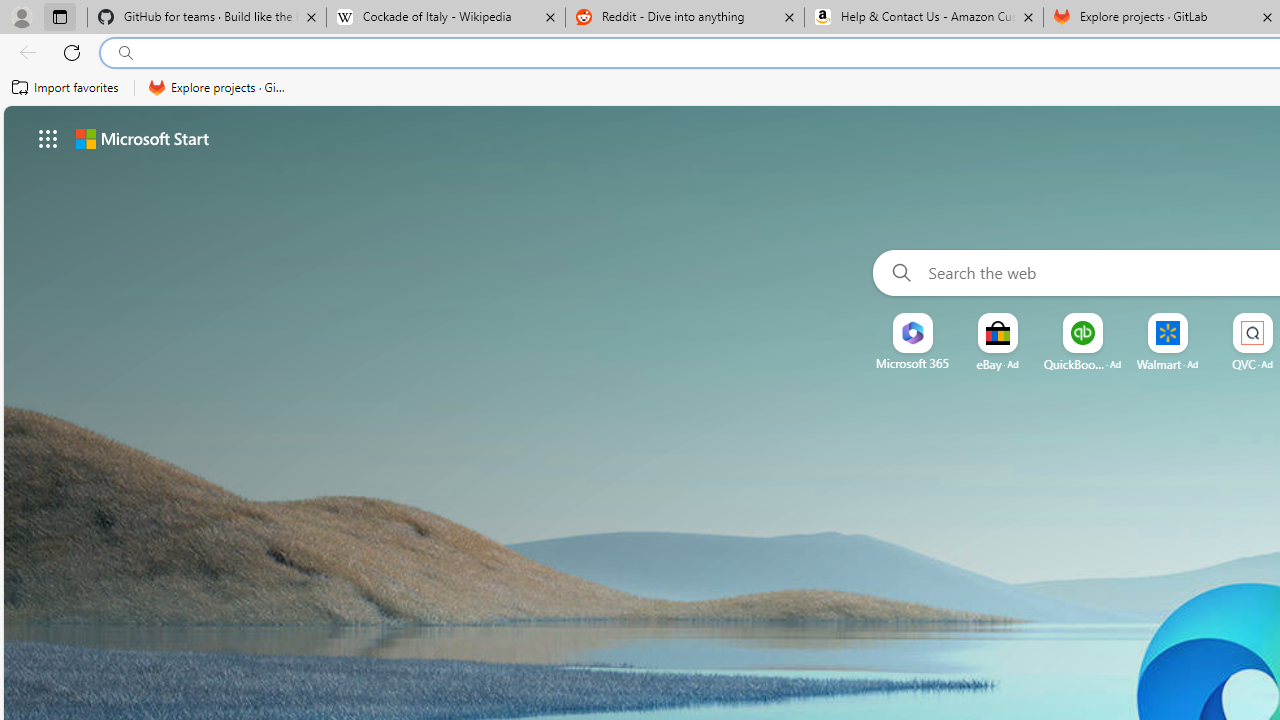  Describe the element at coordinates (65, 87) in the screenshot. I see `'Import favorites'` at that location.